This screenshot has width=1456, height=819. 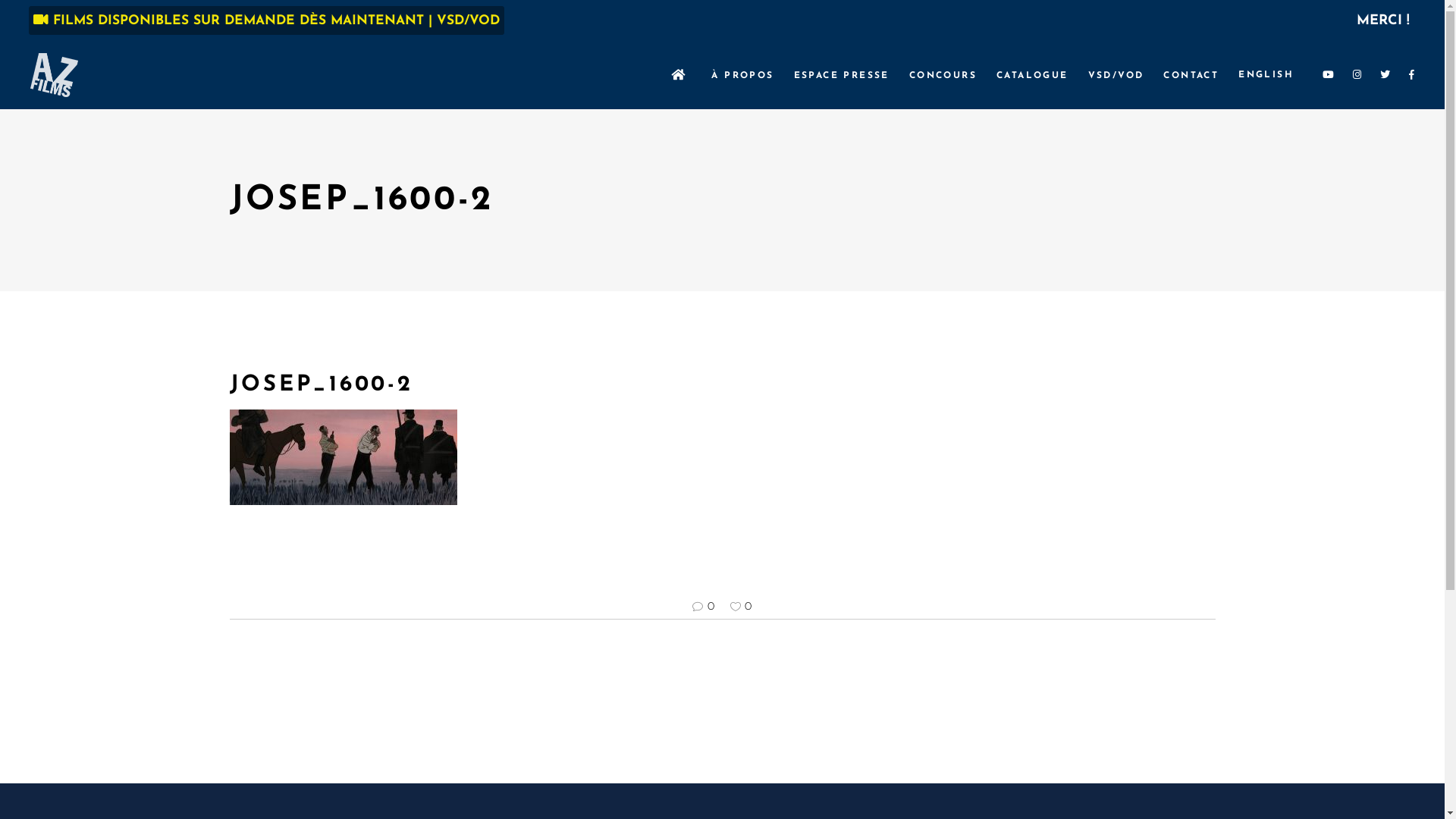 I want to click on 'VSD/VOD', so click(x=1116, y=75).